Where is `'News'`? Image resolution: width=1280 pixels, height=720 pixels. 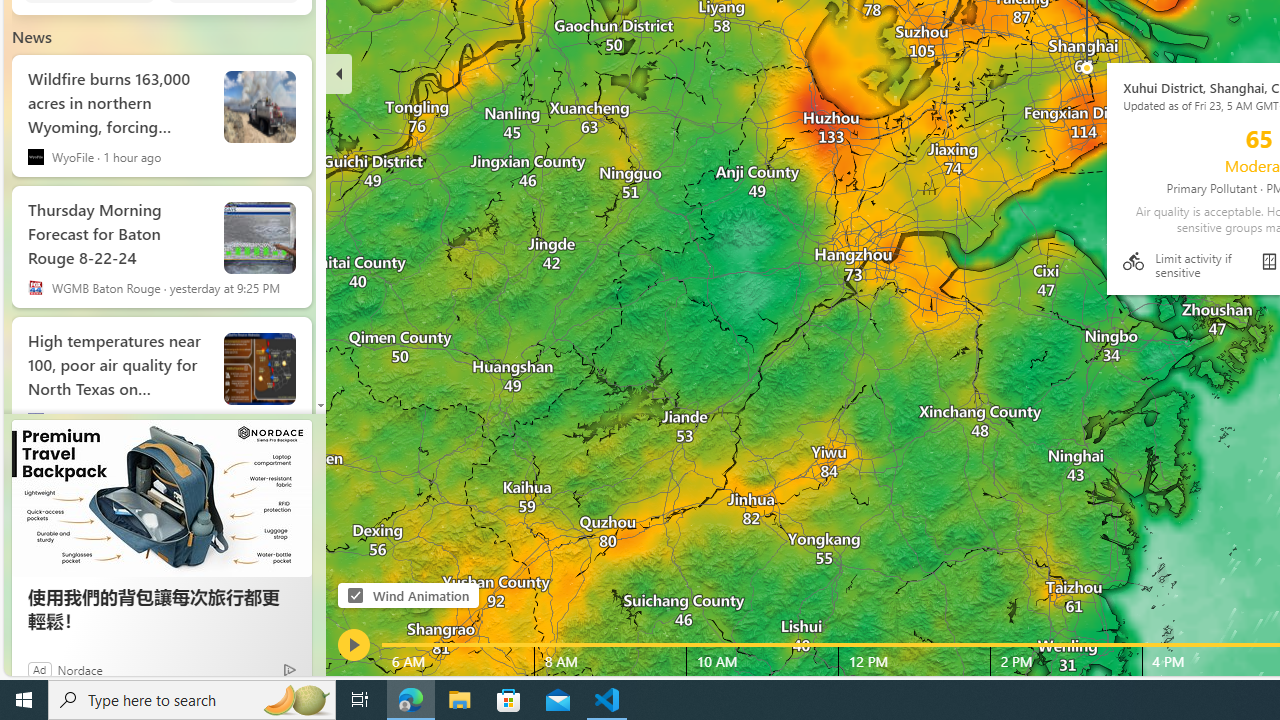
'News' is located at coordinates (32, 37).